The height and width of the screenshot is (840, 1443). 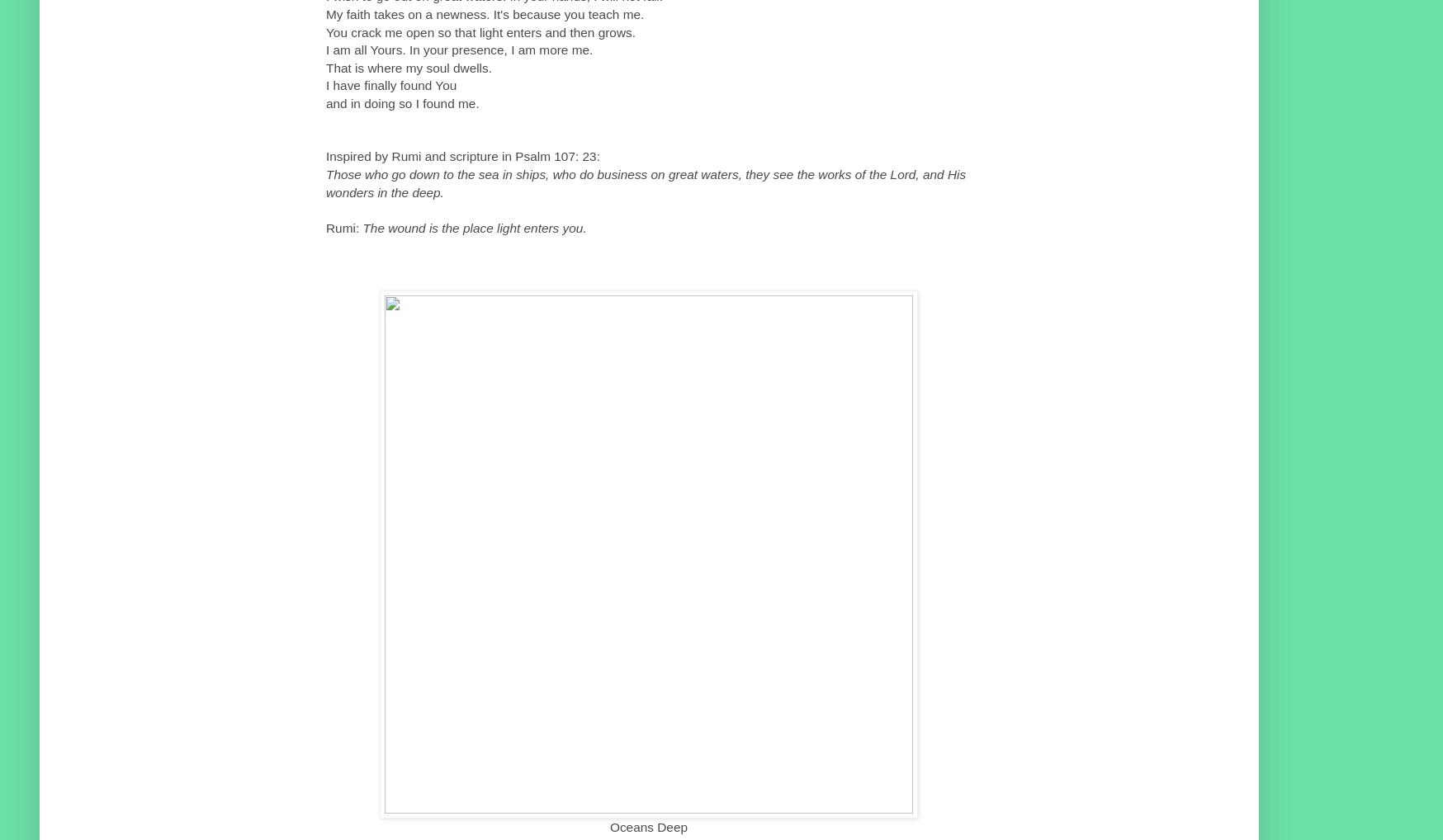 What do you see at coordinates (647, 826) in the screenshot?
I see `'Oceans Deep'` at bounding box center [647, 826].